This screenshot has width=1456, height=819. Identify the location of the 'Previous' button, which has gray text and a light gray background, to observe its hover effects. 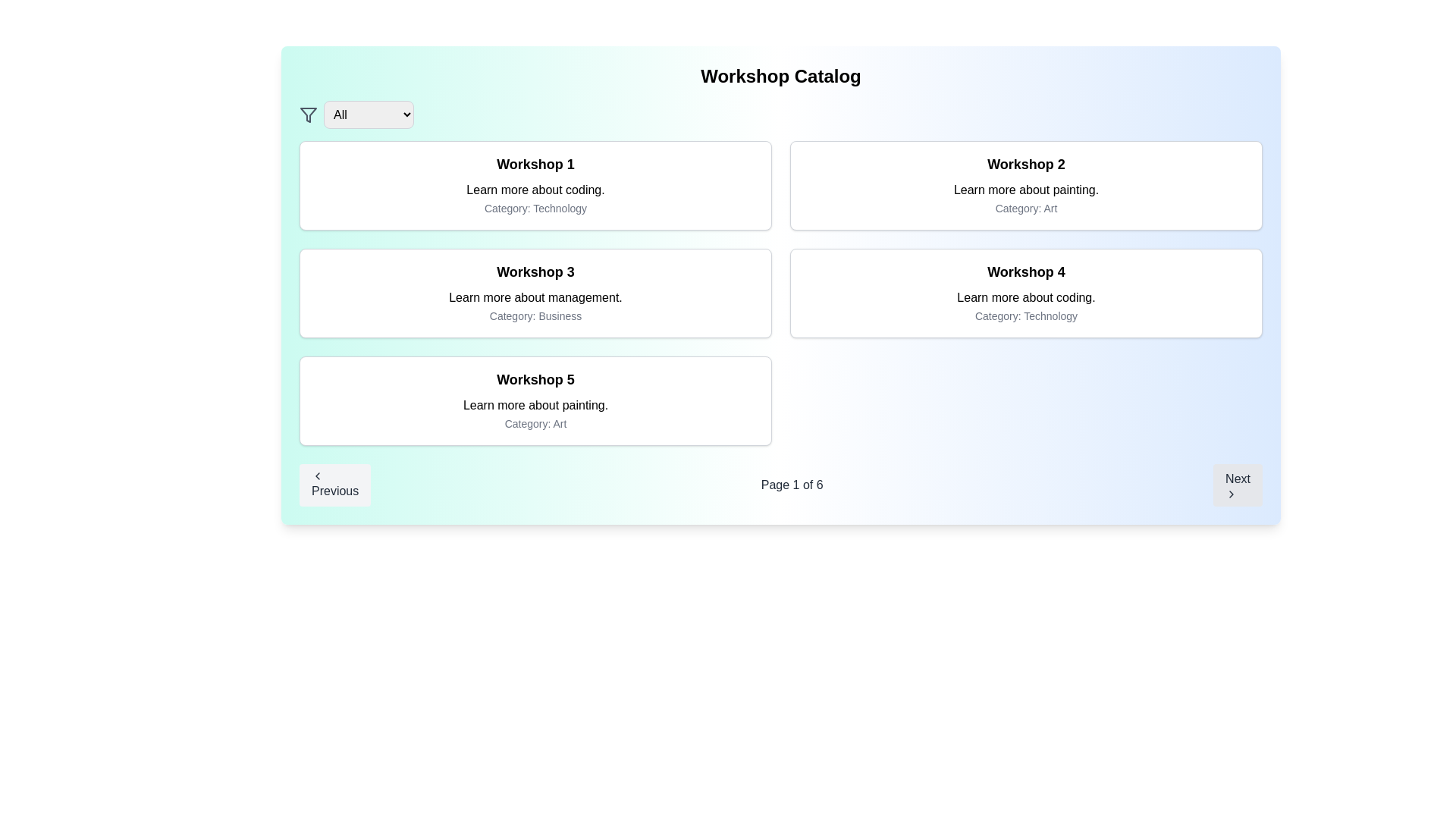
(334, 485).